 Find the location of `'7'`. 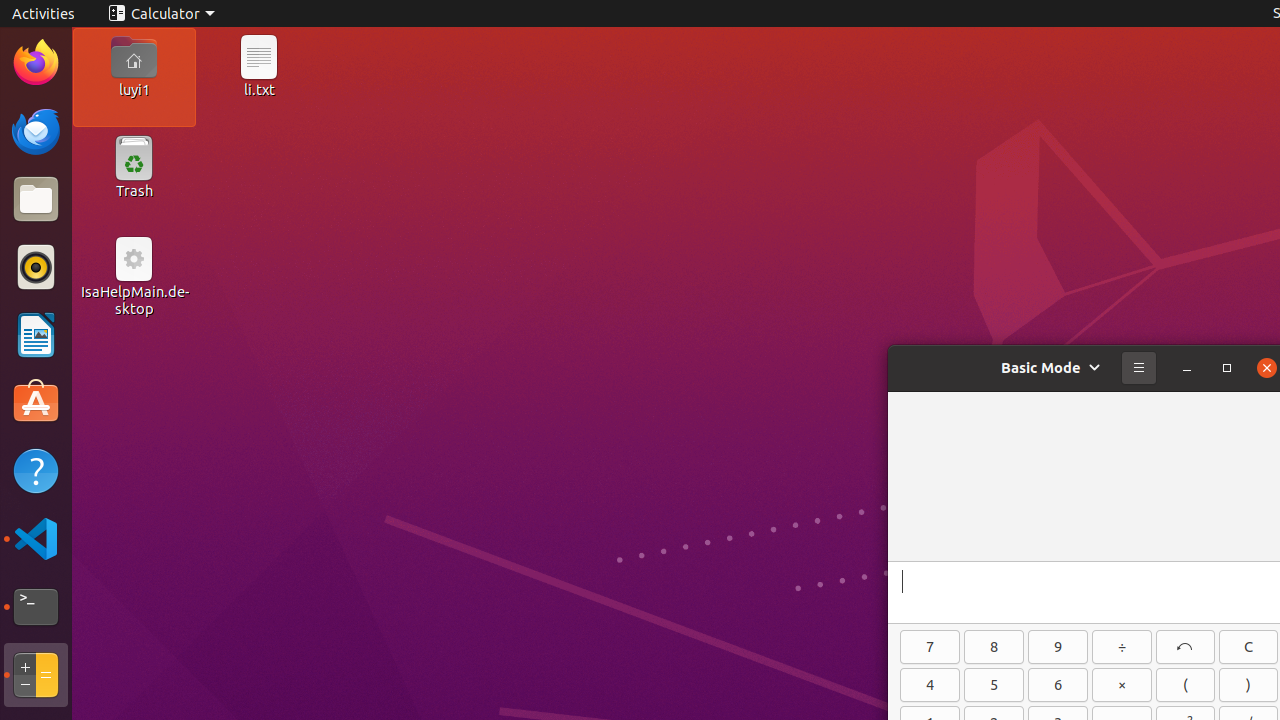

'7' is located at coordinates (929, 646).